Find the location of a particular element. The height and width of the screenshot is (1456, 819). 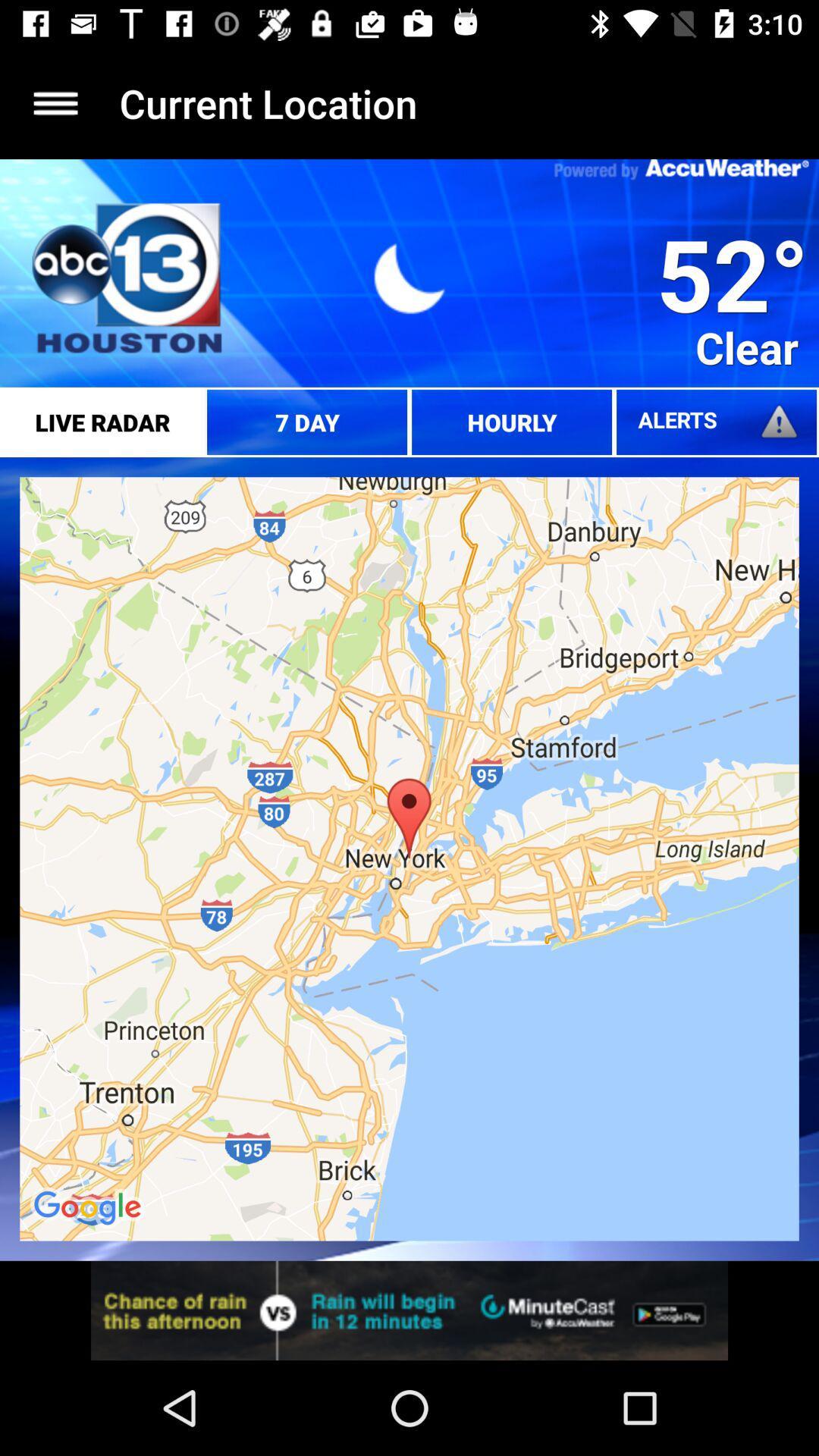

opens a advertisement is located at coordinates (409, 1310).